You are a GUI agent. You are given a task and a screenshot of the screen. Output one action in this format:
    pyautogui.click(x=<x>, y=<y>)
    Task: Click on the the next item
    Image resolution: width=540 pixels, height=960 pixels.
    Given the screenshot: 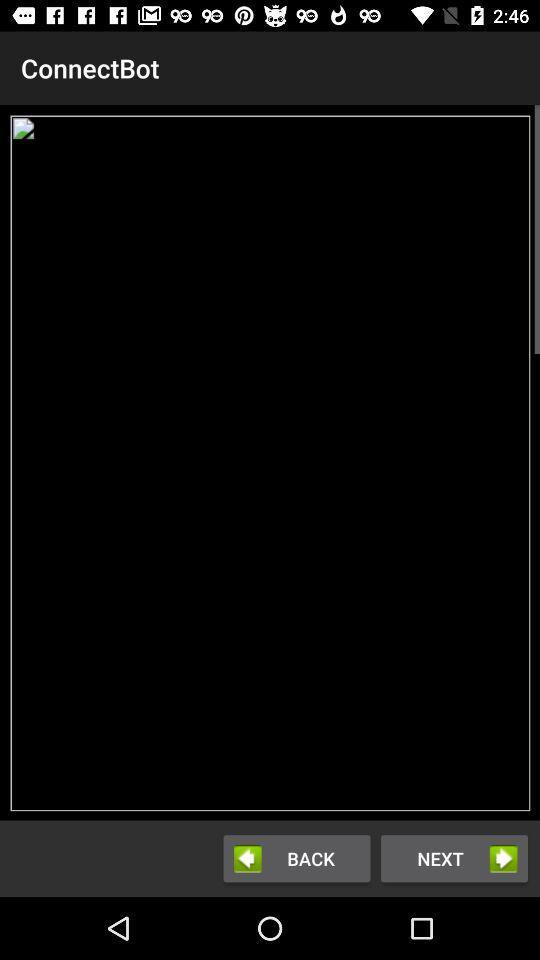 What is the action you would take?
    pyautogui.click(x=454, y=857)
    